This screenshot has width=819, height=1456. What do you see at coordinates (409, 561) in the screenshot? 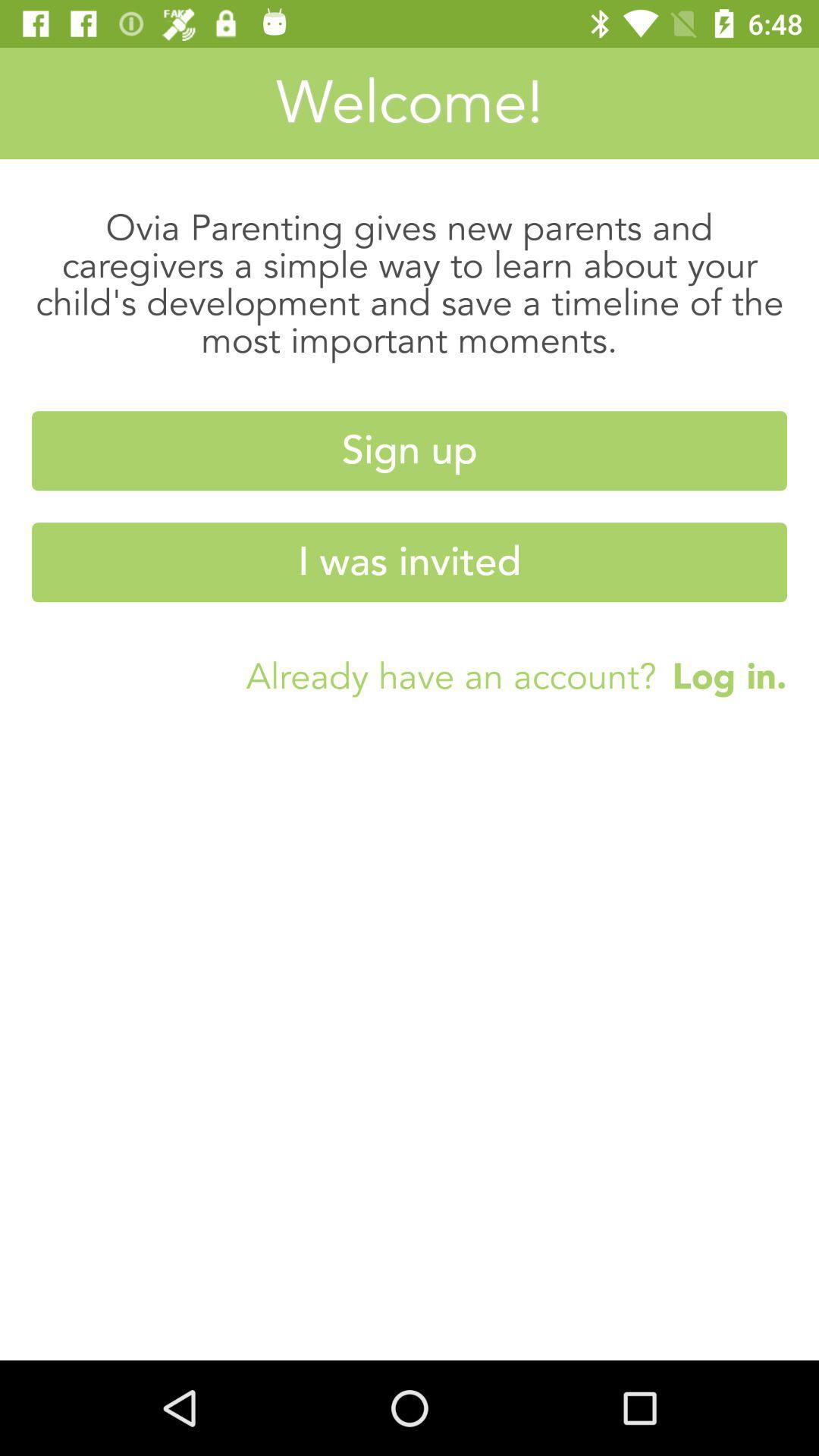
I see `i was invited icon` at bounding box center [409, 561].